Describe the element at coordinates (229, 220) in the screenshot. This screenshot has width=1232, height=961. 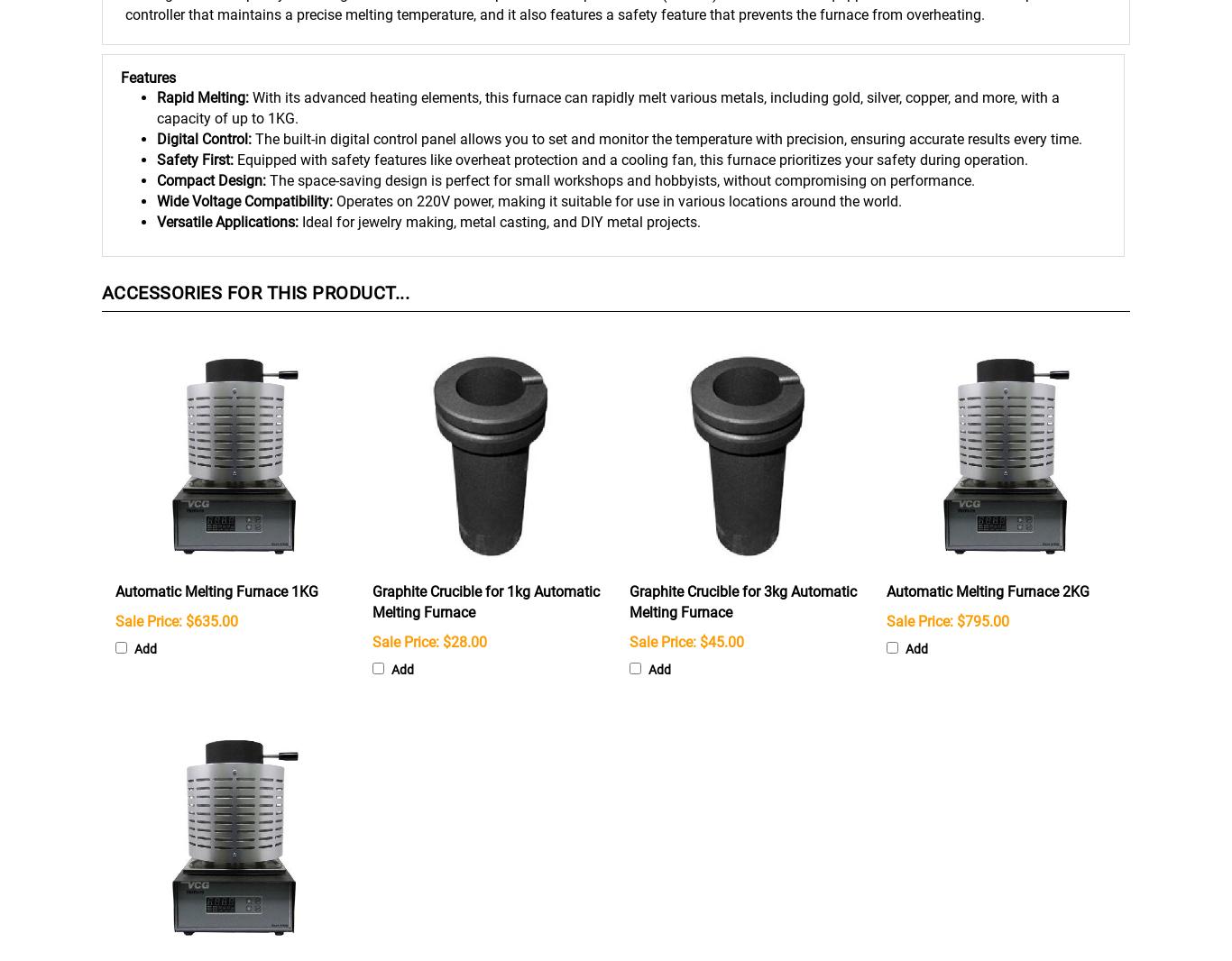
I see `'Versatile Applications:'` at that location.